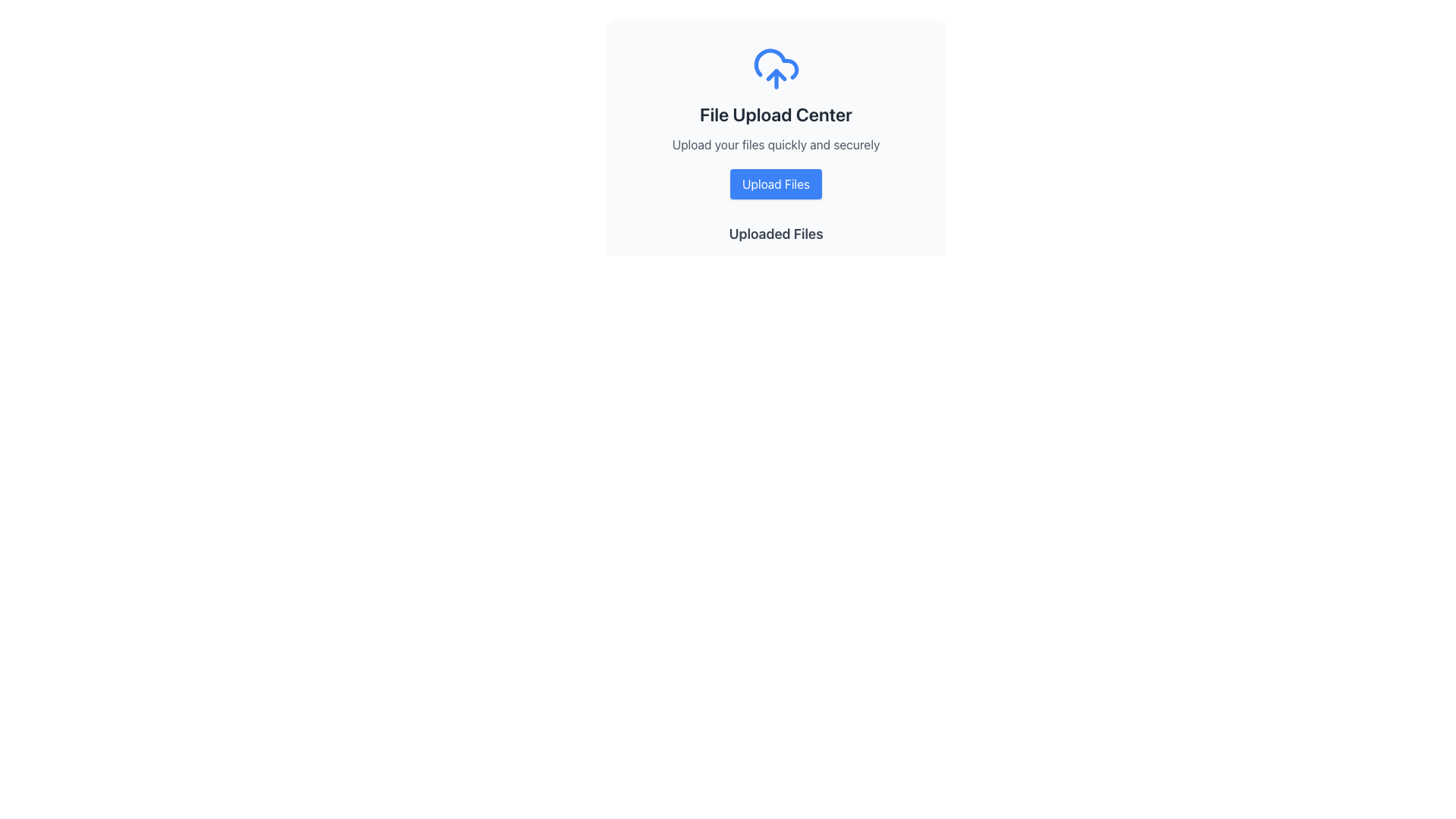 The image size is (1456, 819). Describe the element at coordinates (776, 184) in the screenshot. I see `the prominent file upload button` at that location.